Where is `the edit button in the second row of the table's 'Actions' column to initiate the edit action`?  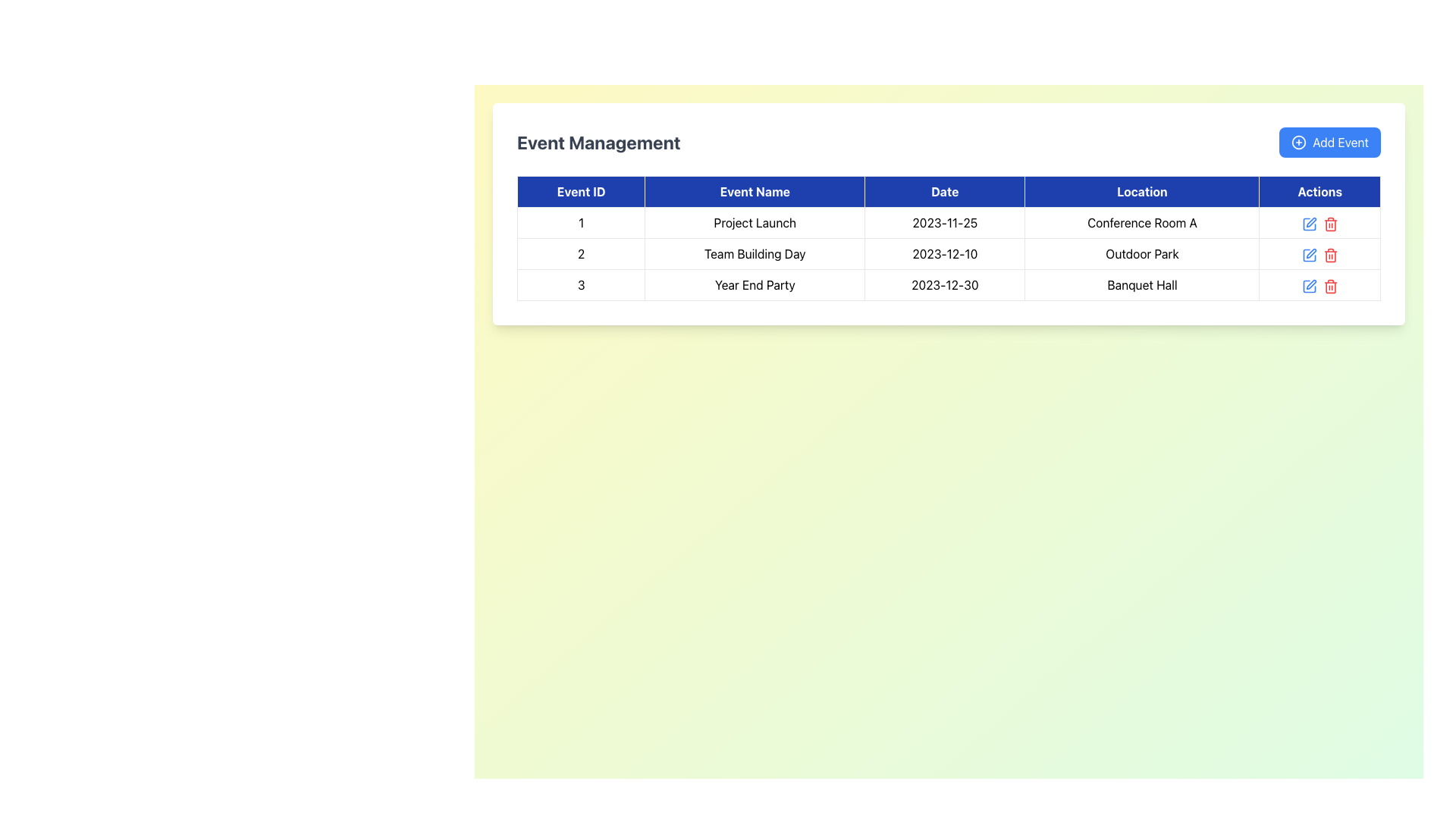 the edit button in the second row of the table's 'Actions' column to initiate the edit action is located at coordinates (1310, 253).